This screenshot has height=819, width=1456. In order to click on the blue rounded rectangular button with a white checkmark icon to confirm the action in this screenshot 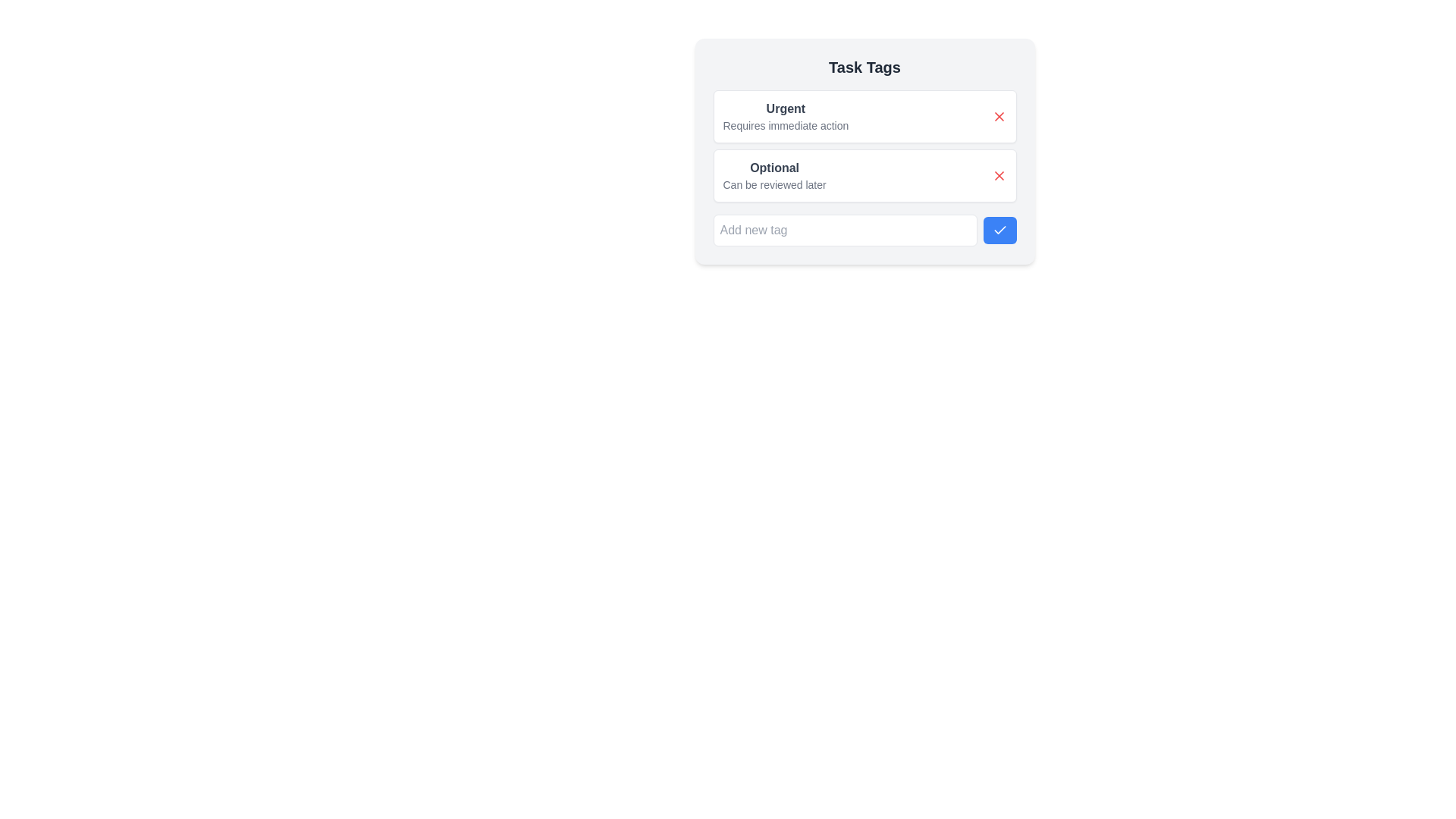, I will do `click(999, 231)`.